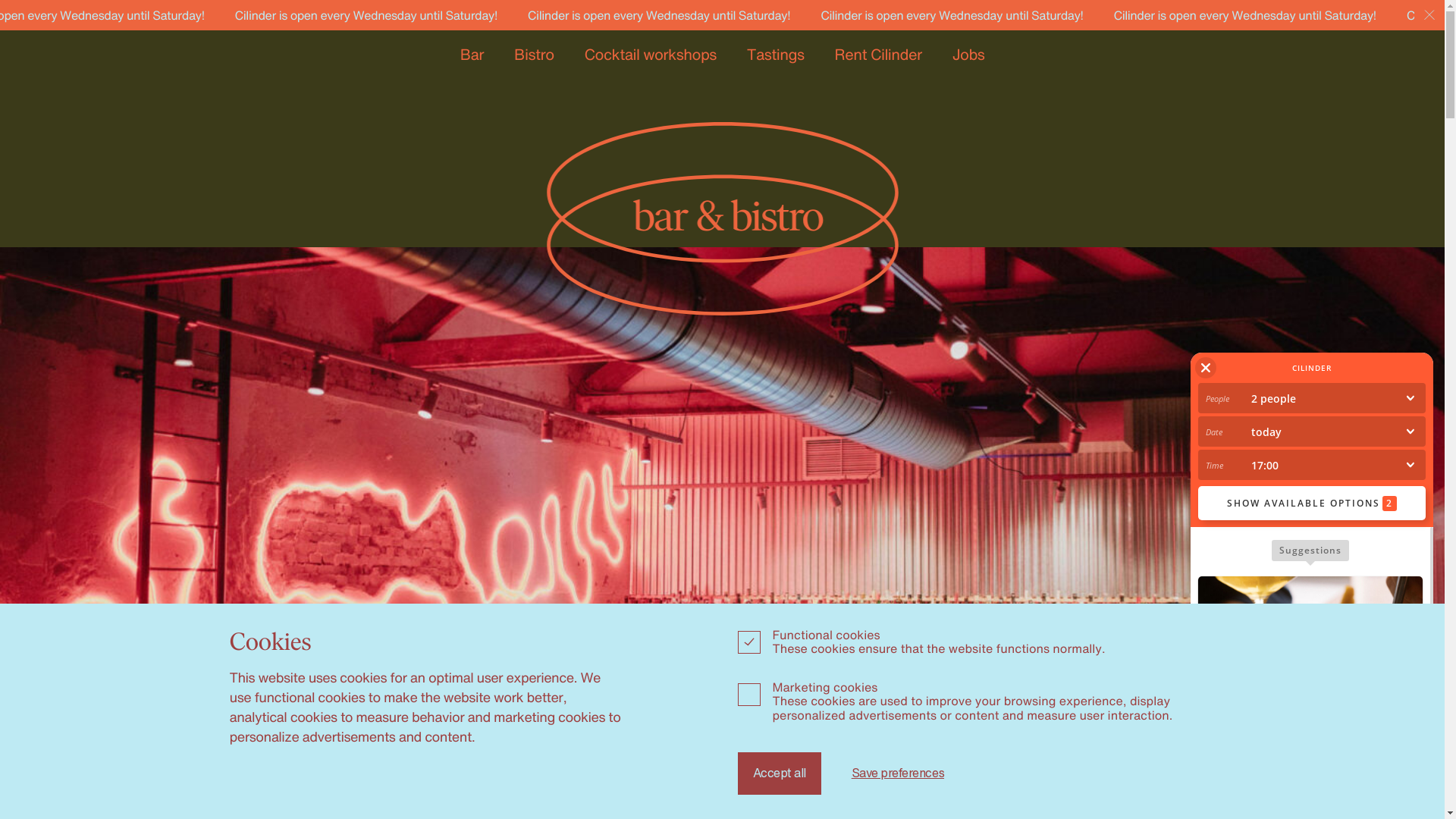  Describe the element at coordinates (459, 53) in the screenshot. I see `'Bar'` at that location.